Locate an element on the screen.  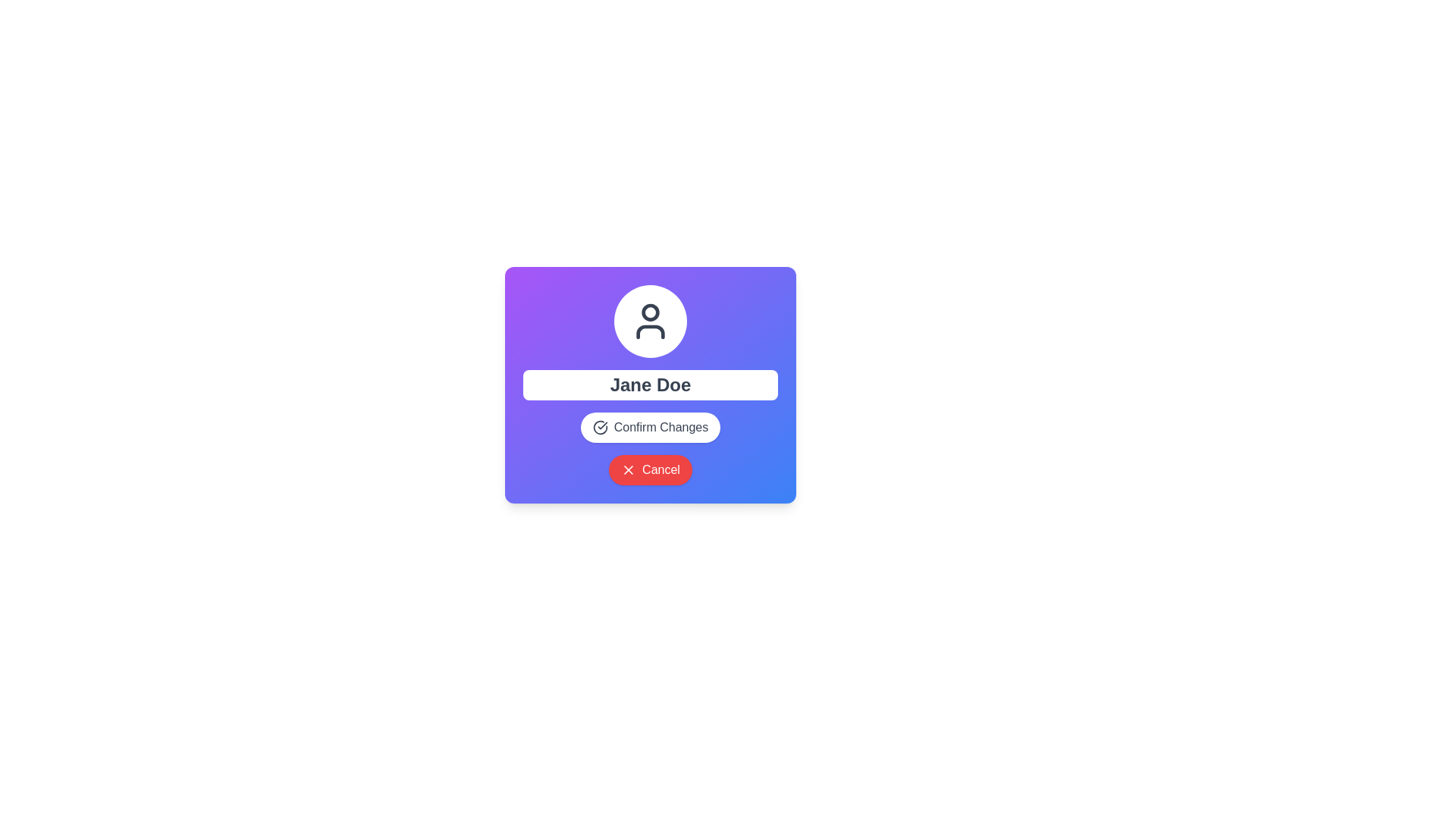
the upper circular graphical representation of the user profile icon, which represents the head in the depiction of 'Jane Doe' is located at coordinates (651, 312).